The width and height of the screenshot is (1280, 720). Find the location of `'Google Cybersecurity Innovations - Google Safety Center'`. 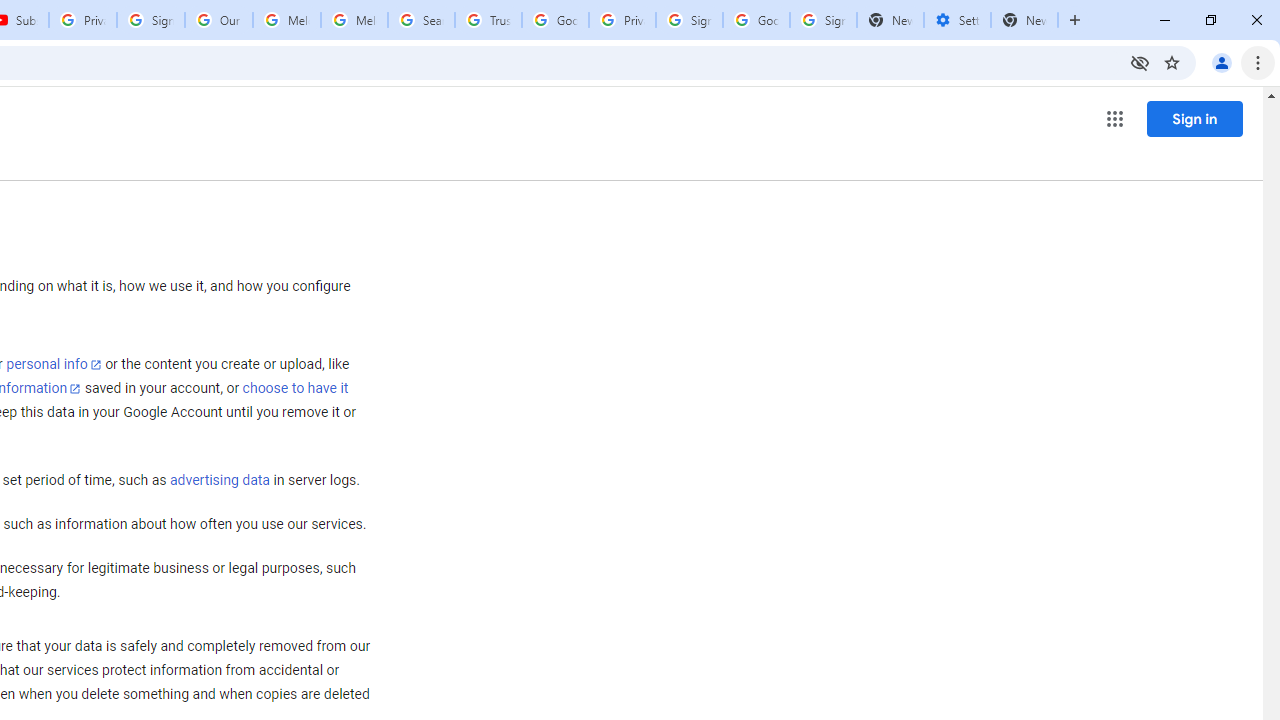

'Google Cybersecurity Innovations - Google Safety Center' is located at coordinates (755, 20).